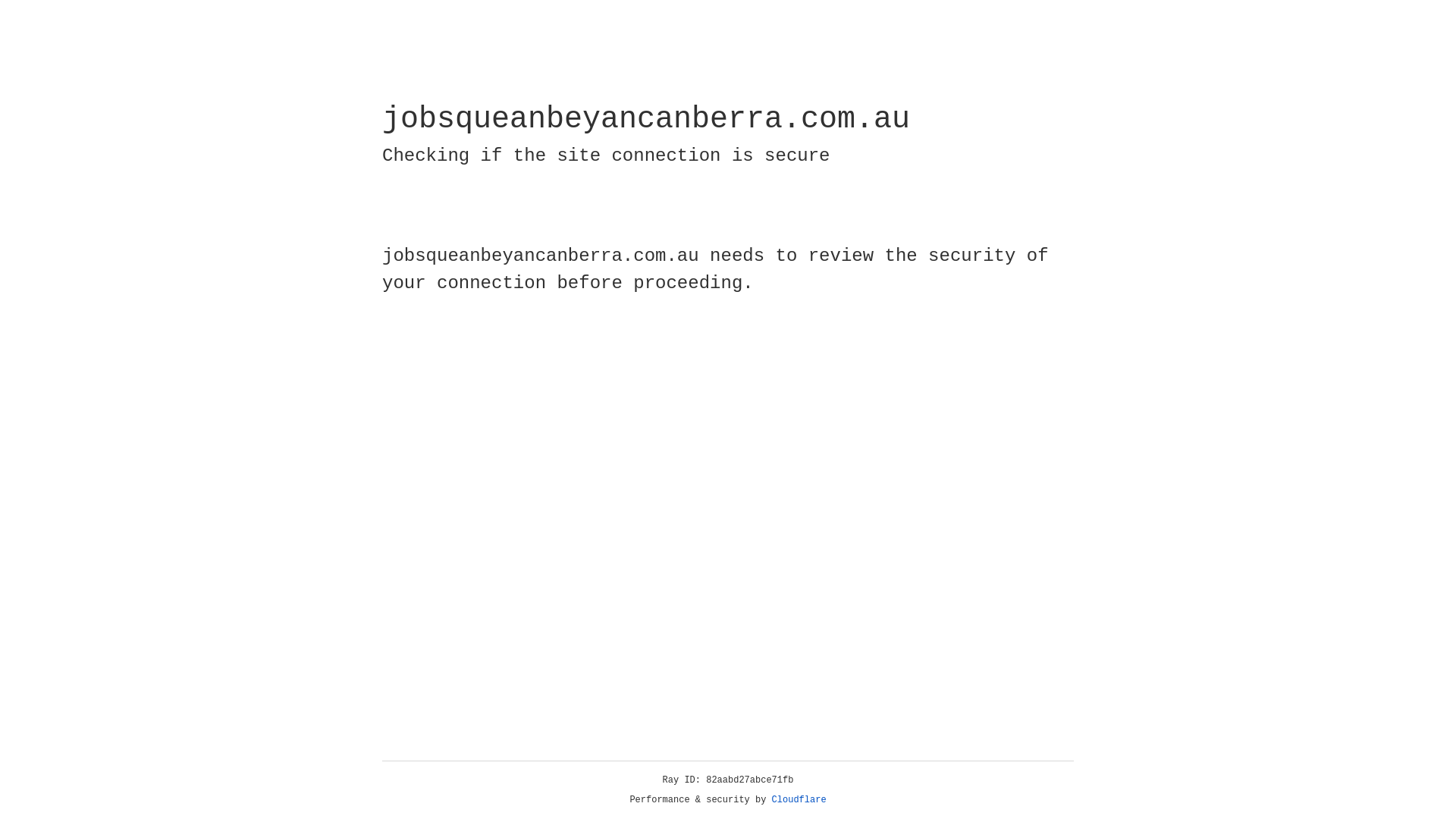  What do you see at coordinates (799, 799) in the screenshot?
I see `'Cloudflare'` at bounding box center [799, 799].